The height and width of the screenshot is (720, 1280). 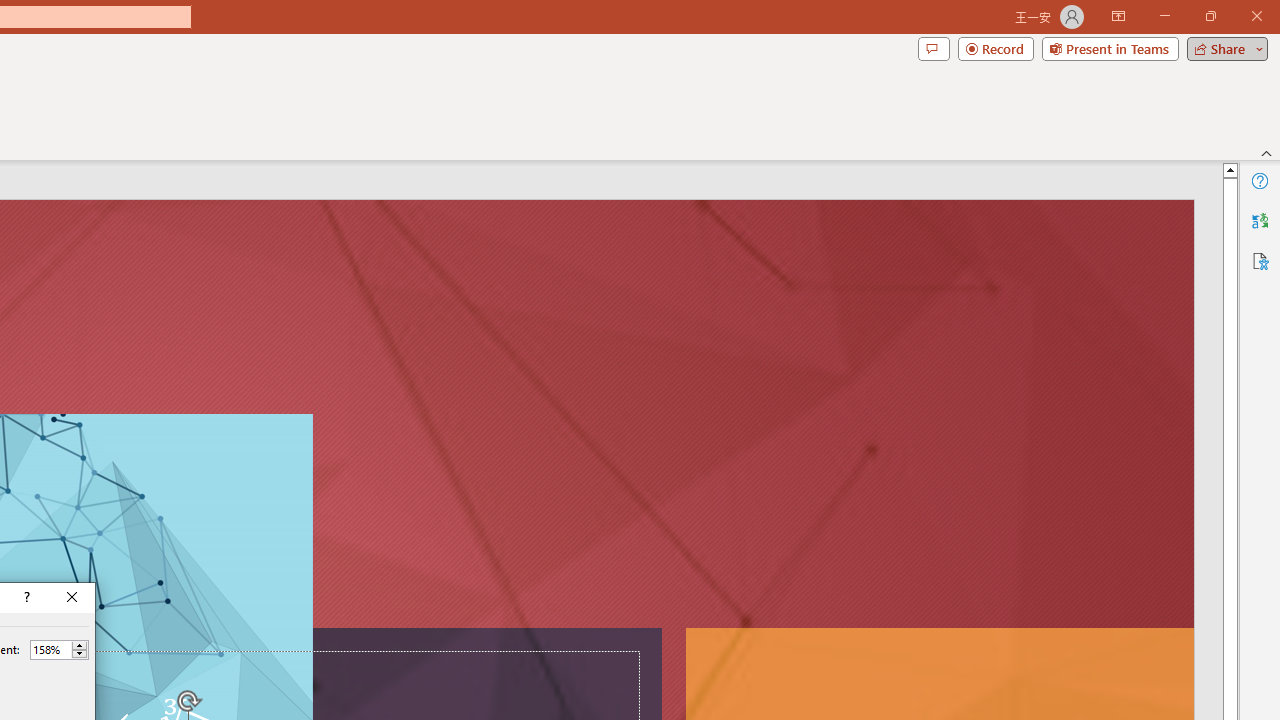 I want to click on 'Percent', so click(x=50, y=649).